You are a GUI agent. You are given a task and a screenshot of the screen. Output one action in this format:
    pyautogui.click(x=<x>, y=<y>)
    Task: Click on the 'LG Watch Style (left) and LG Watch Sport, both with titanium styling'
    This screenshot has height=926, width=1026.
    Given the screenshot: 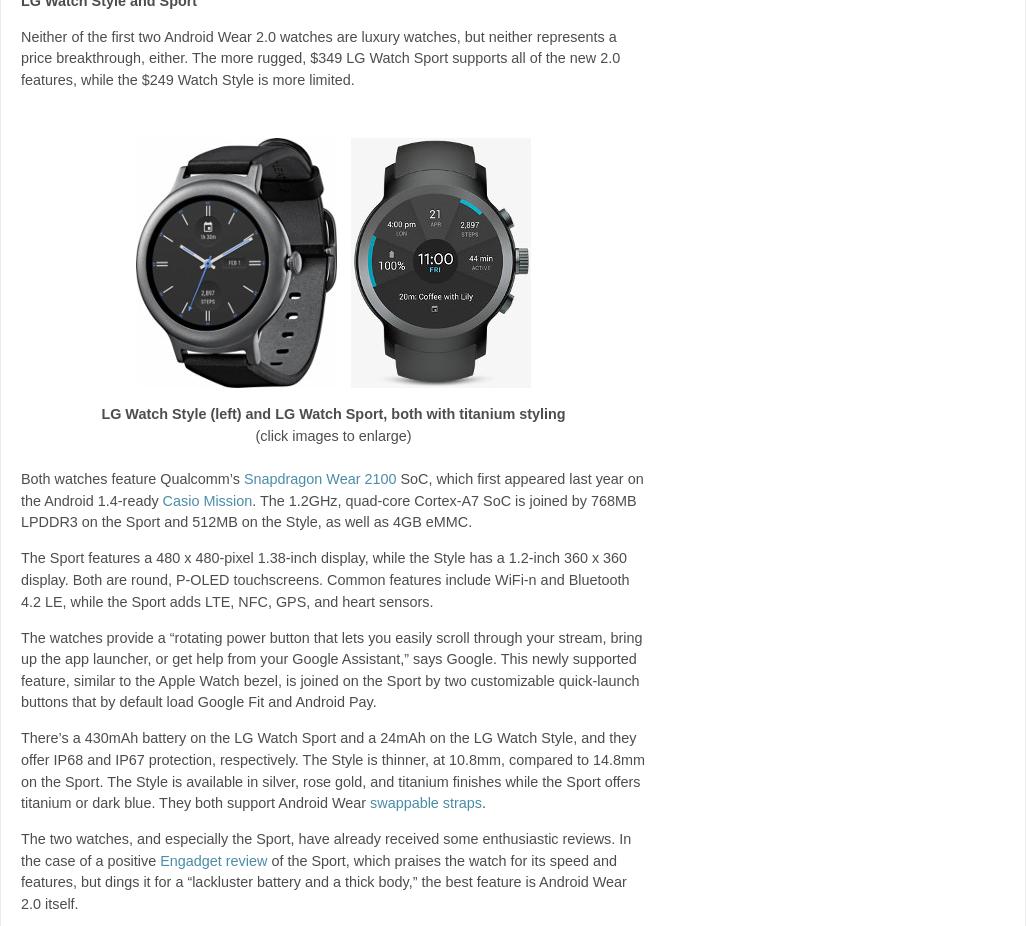 What is the action you would take?
    pyautogui.click(x=333, y=414)
    